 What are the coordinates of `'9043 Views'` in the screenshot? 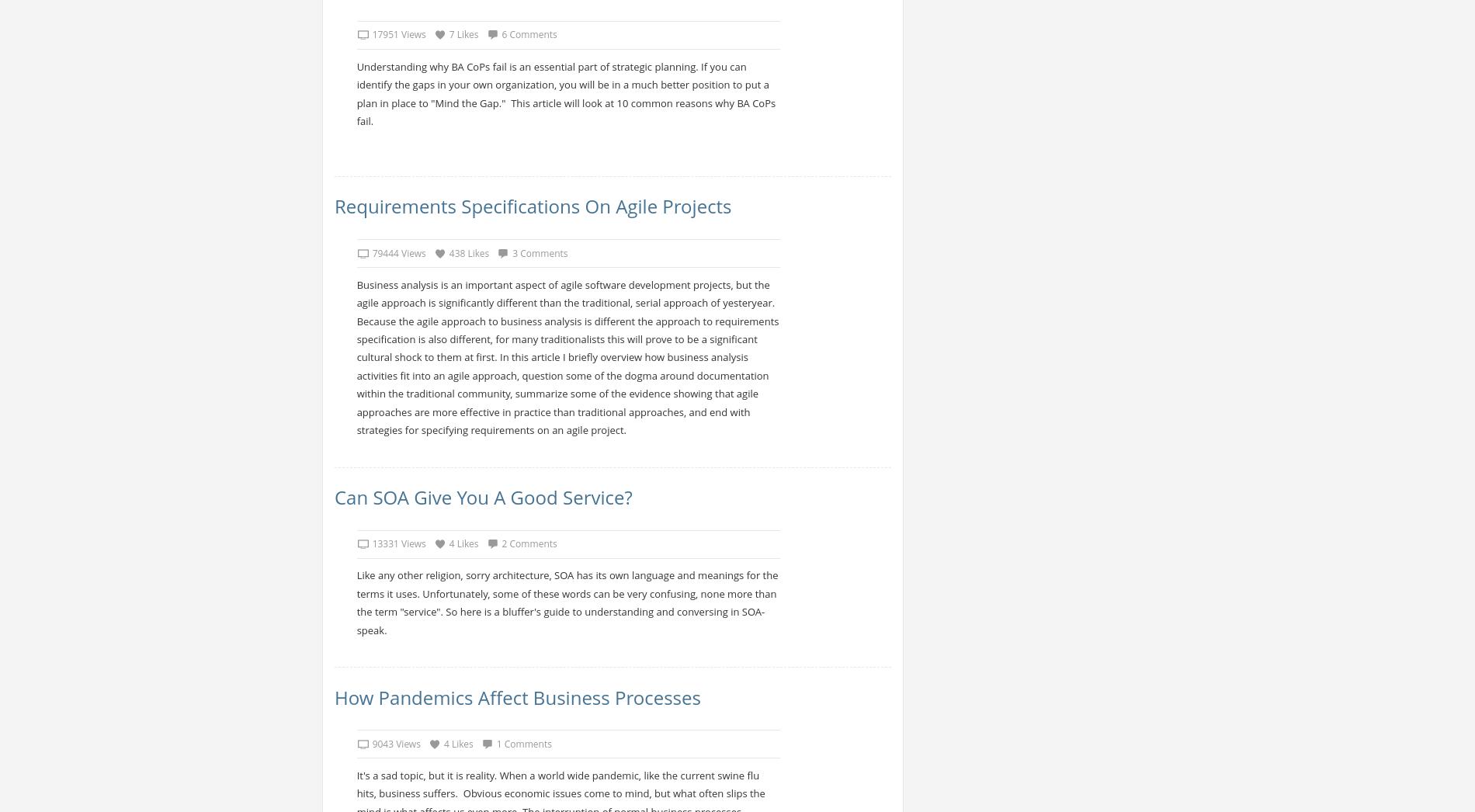 It's located at (395, 742).